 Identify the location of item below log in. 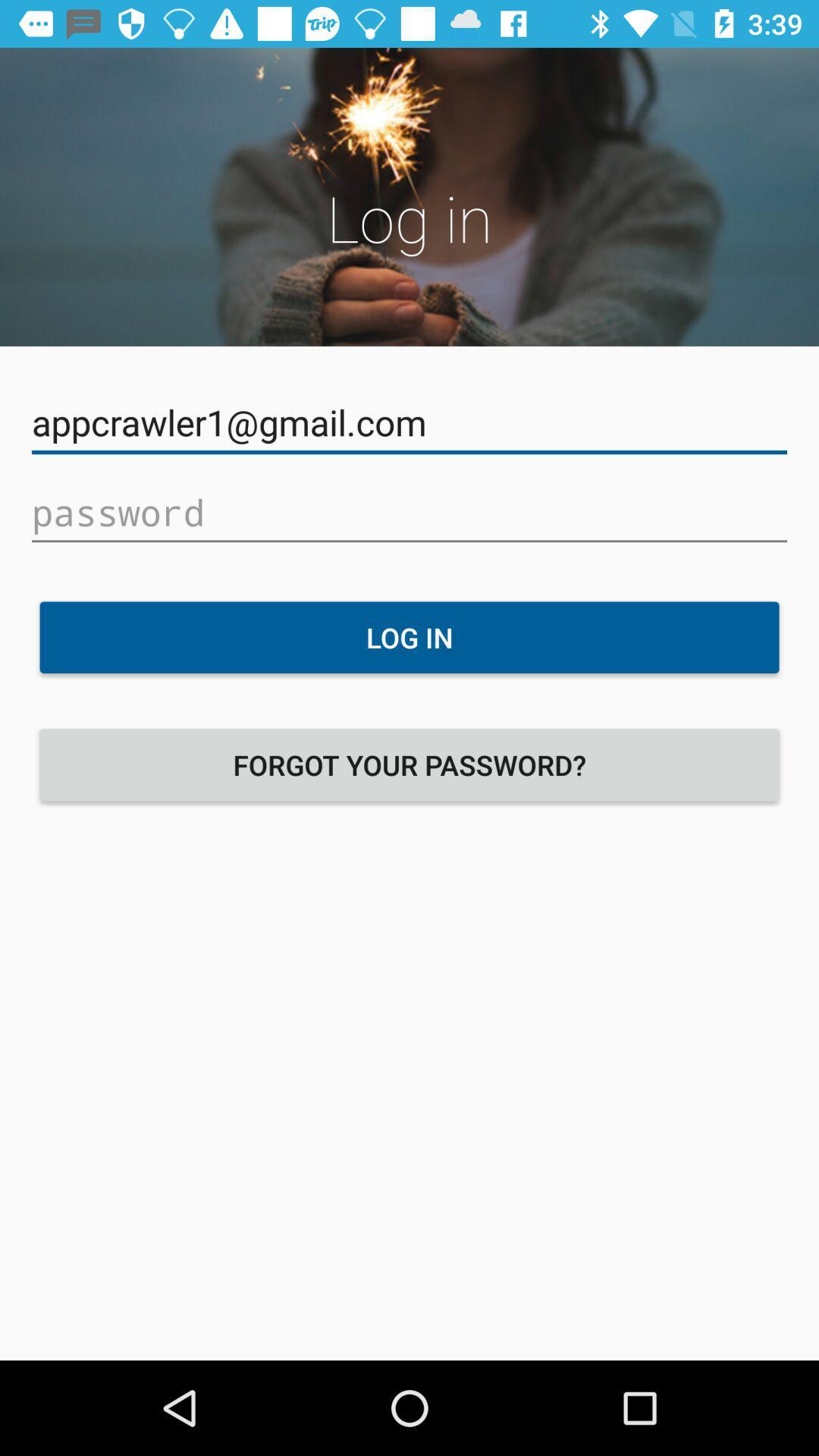
(409, 764).